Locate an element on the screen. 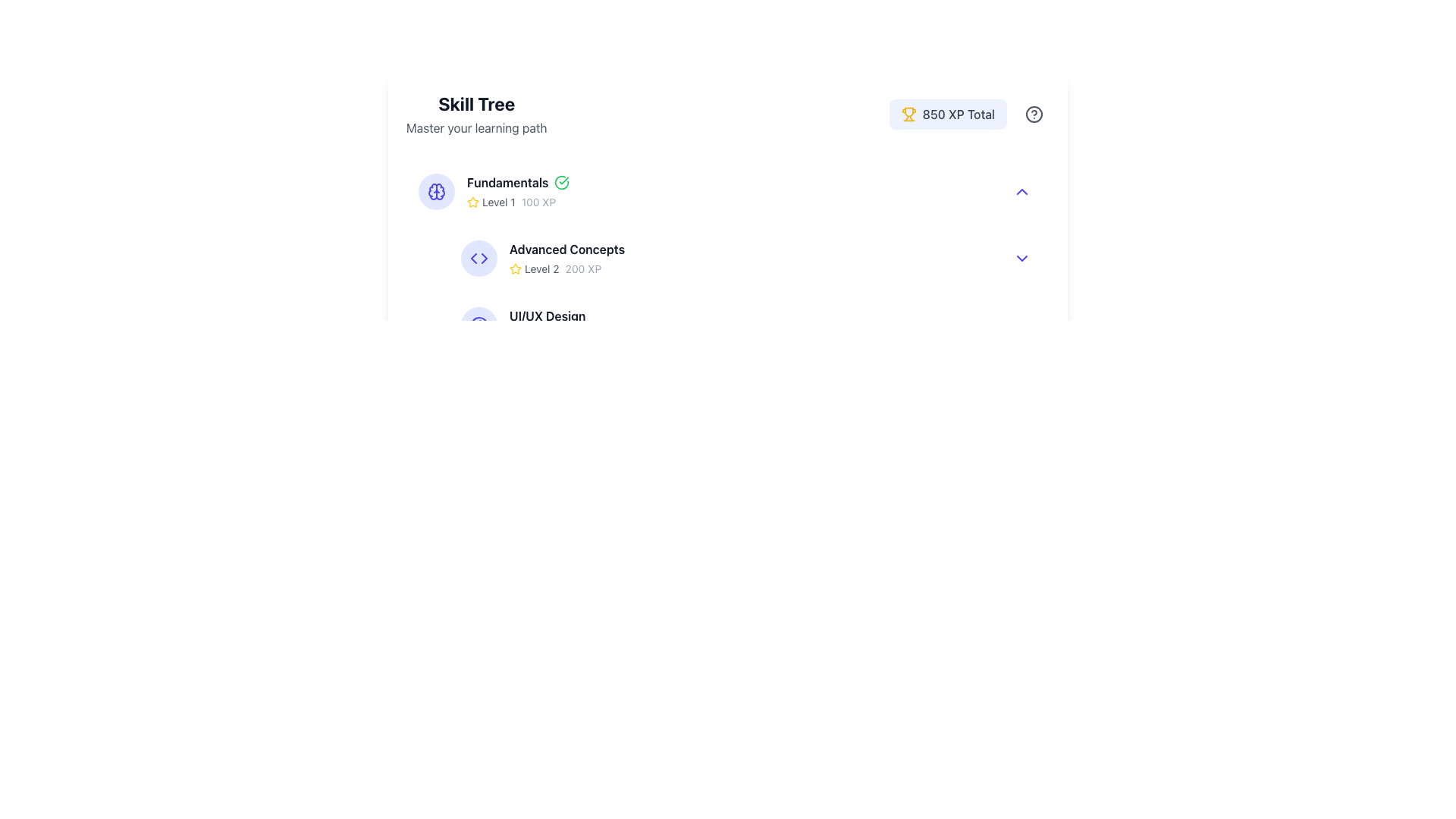 The height and width of the screenshot is (819, 1456). the second individual module in the list that displays information about the Advanced Concepts module, including its level, associated XP, and title is located at coordinates (728, 257).